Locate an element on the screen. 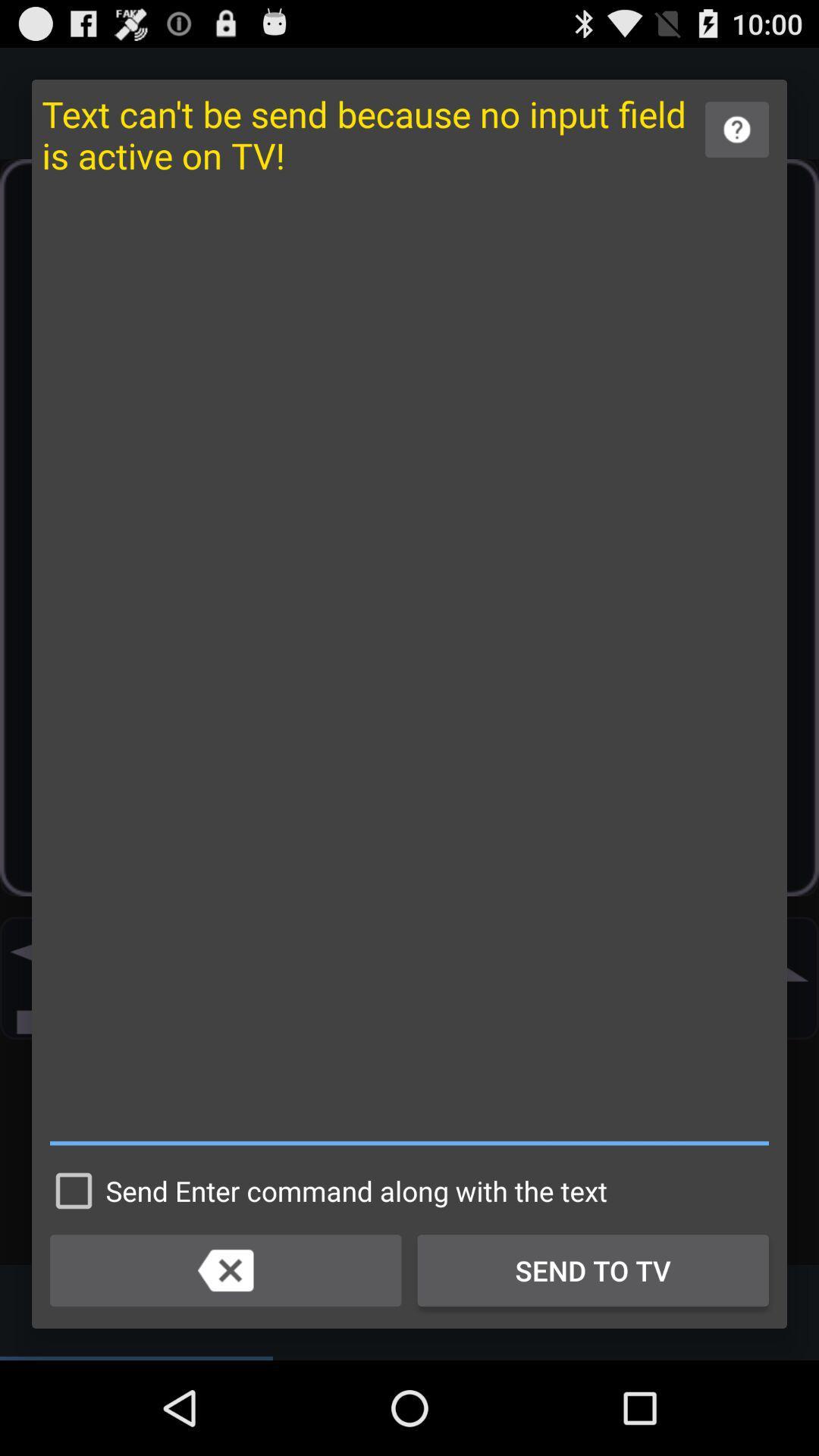 This screenshot has height=1456, width=819. previous is located at coordinates (225, 1270).